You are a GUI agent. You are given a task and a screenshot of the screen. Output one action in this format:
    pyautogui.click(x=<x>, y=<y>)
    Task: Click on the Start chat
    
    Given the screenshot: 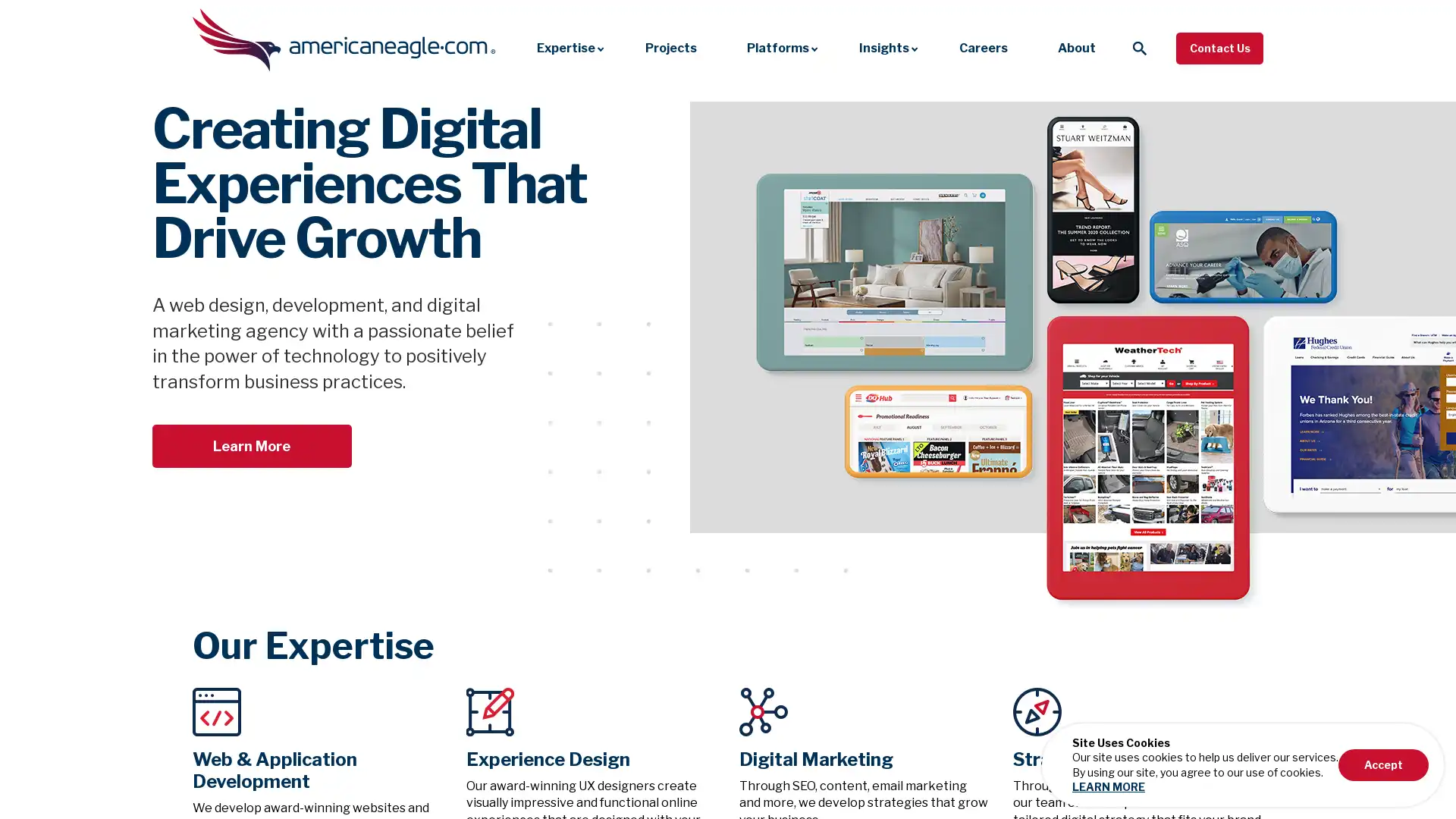 What is the action you would take?
    pyautogui.click(x=1219, y=802)
    